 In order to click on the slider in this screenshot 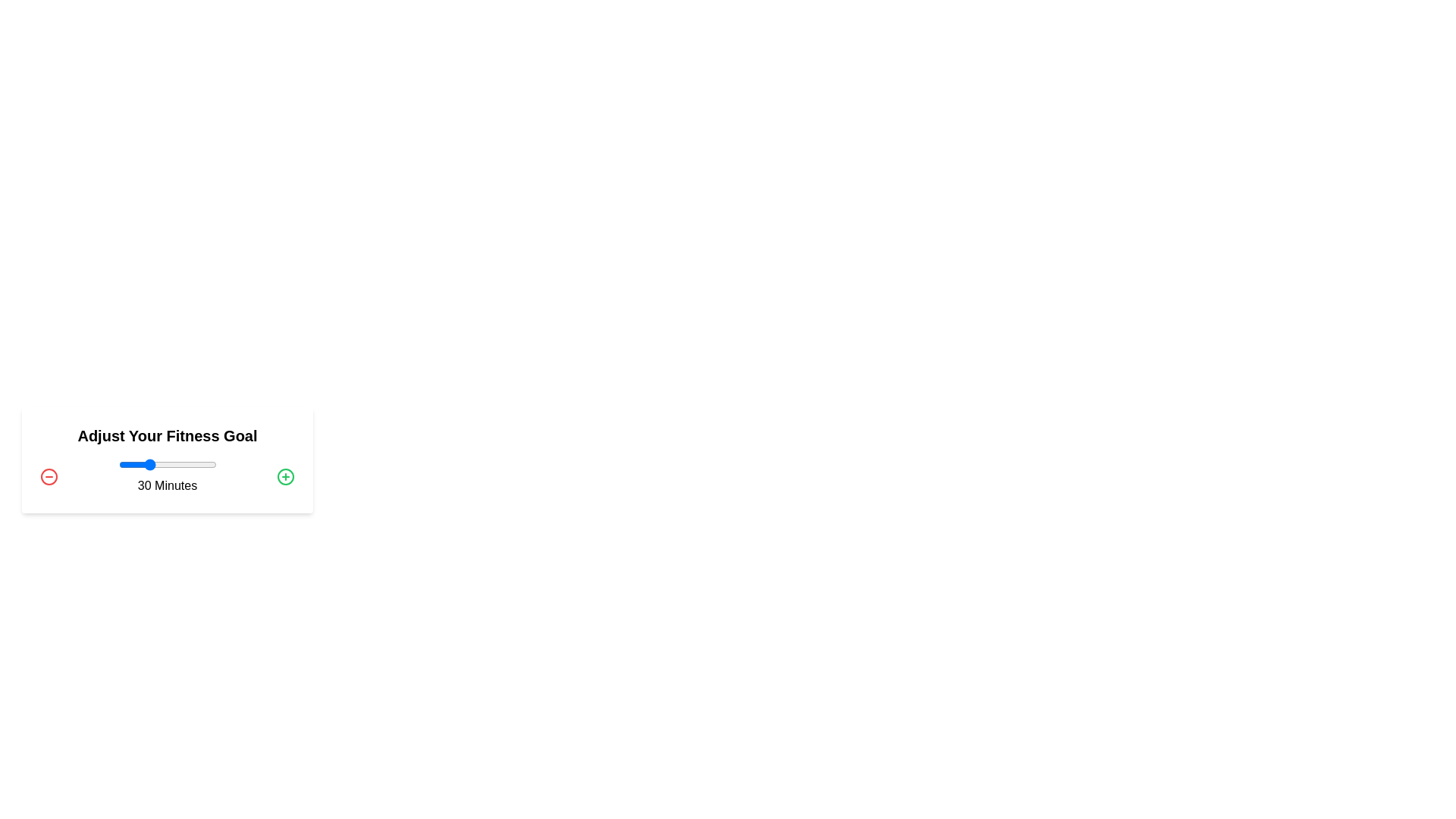, I will do `click(199, 464)`.